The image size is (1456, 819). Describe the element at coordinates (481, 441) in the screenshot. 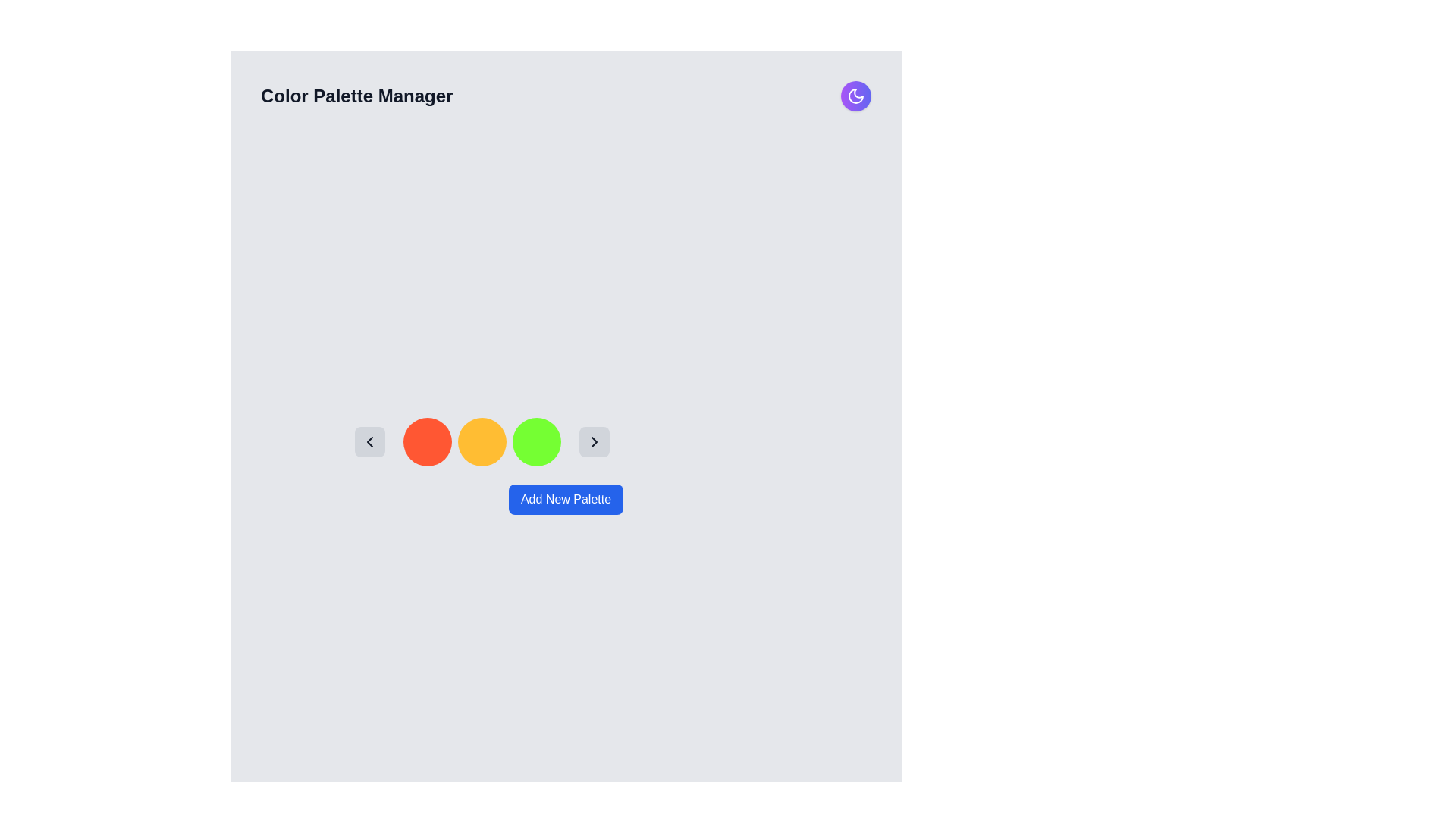

I see `the middle circular shape in the color palette manager interface that represents a choice or indicator` at that location.